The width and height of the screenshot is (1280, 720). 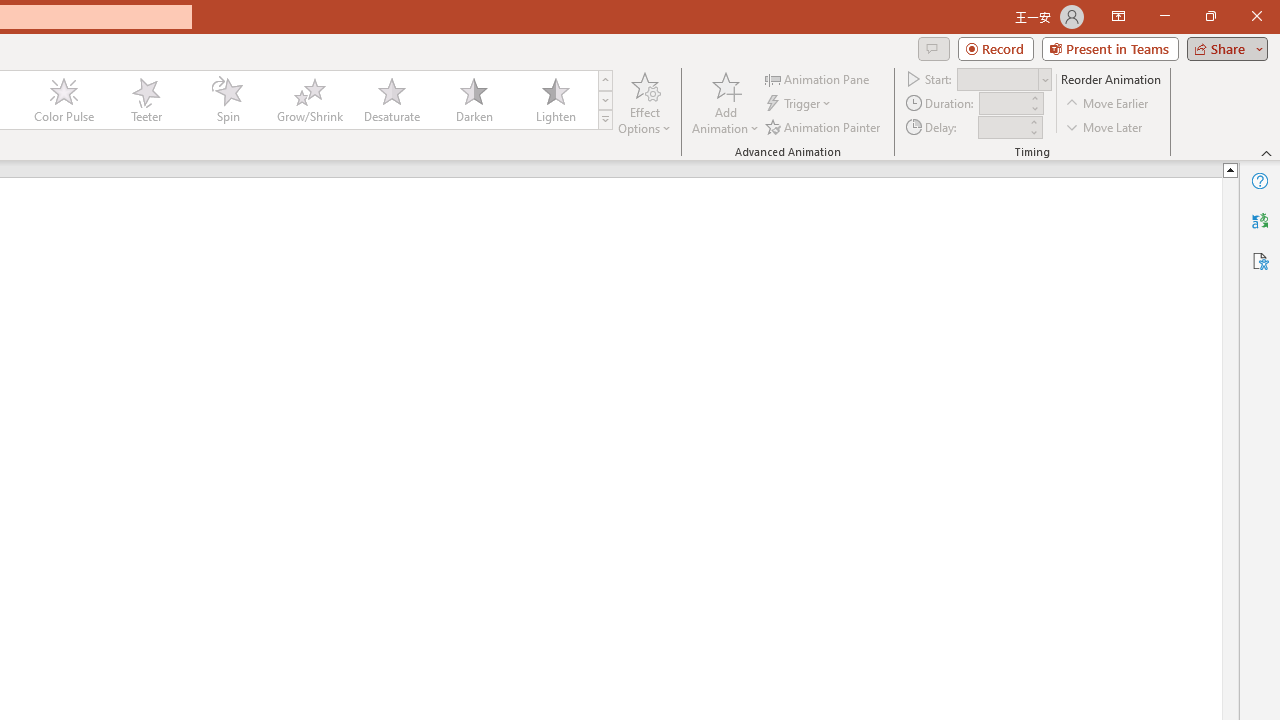 I want to click on 'Move Later', so click(x=1104, y=127).